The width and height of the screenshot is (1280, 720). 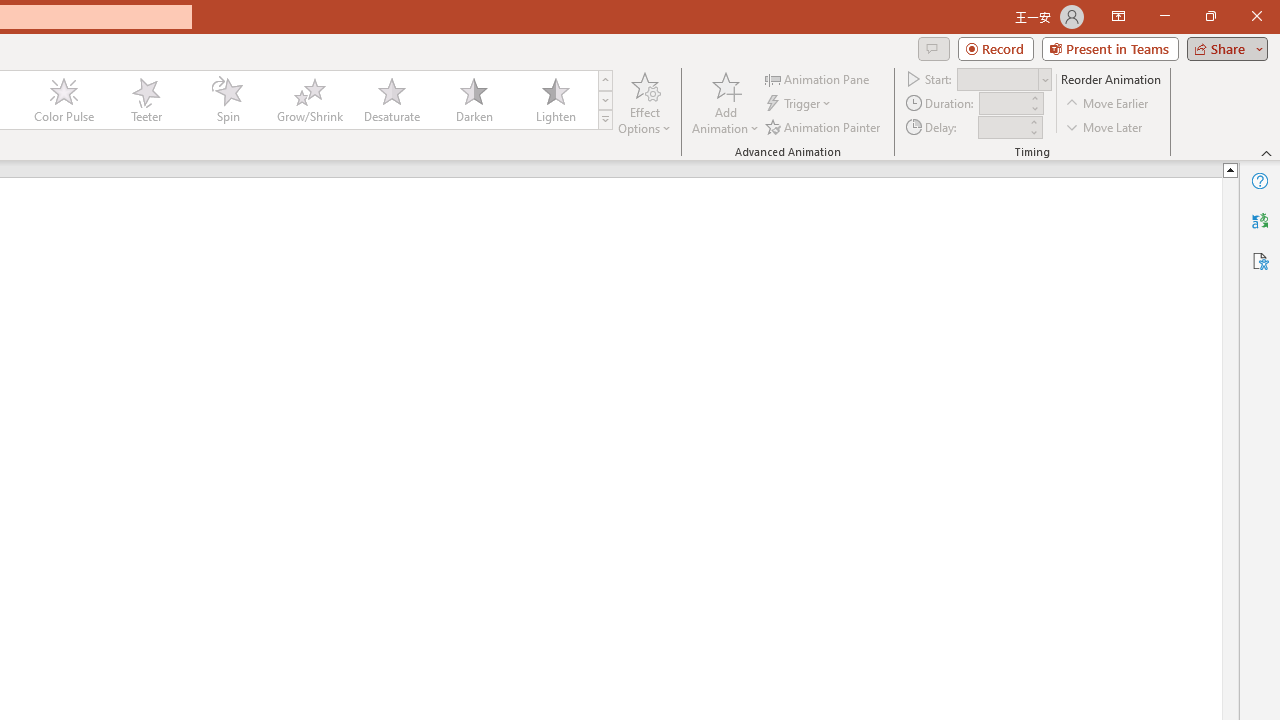 I want to click on 'Move Later', so click(x=1104, y=127).